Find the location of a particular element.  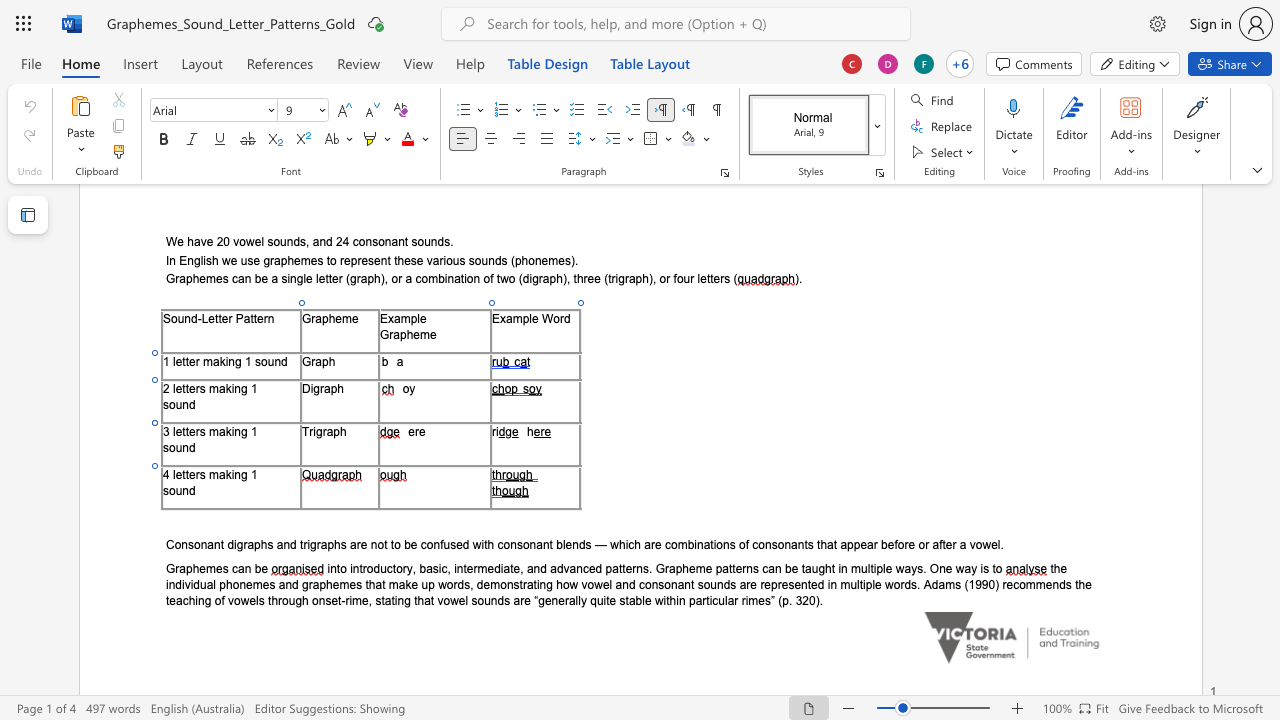

the space between the continuous character "u" and "n" in the text is located at coordinates (182, 490).